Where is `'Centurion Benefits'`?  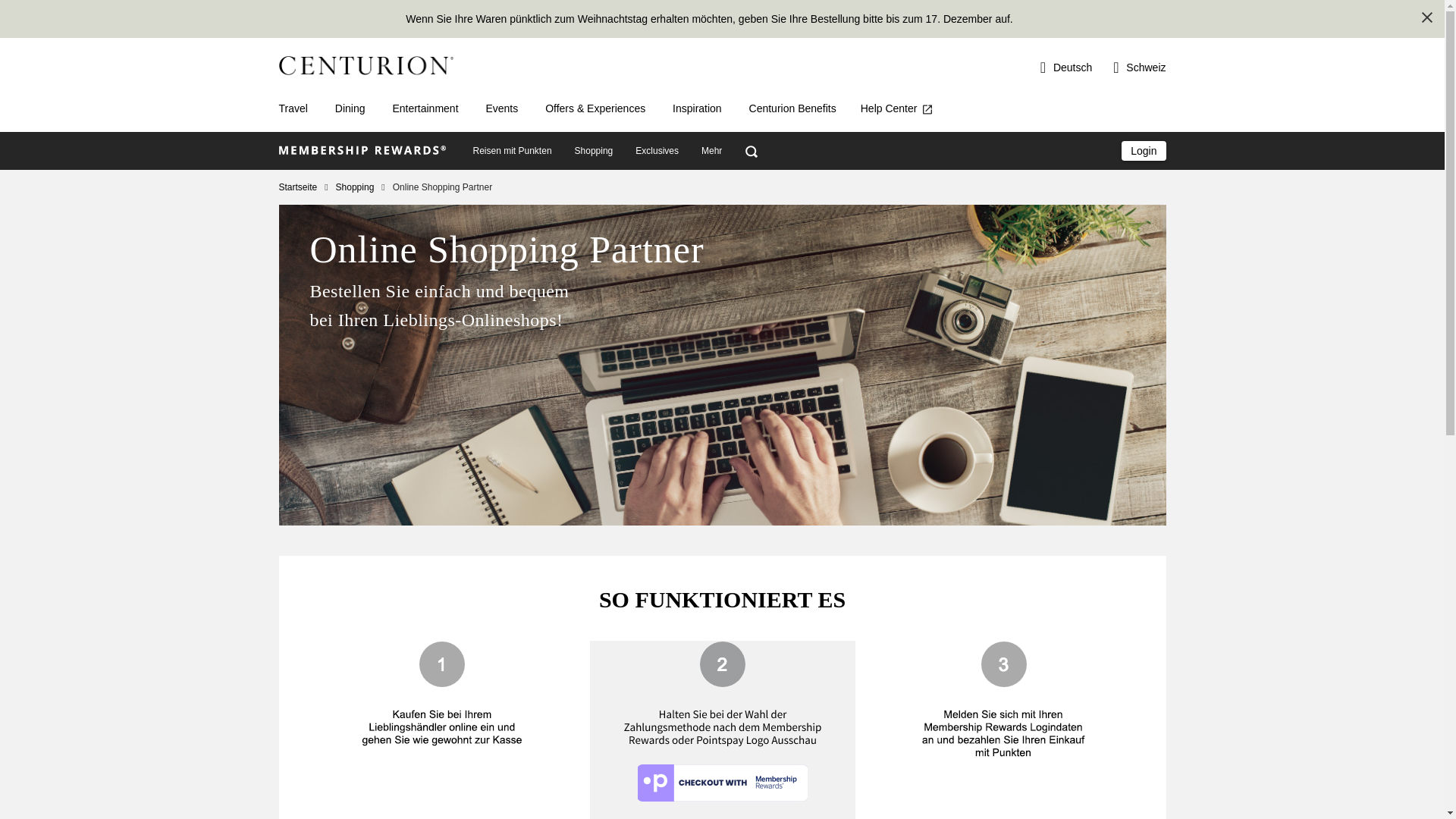 'Centurion Benefits' is located at coordinates (792, 107).